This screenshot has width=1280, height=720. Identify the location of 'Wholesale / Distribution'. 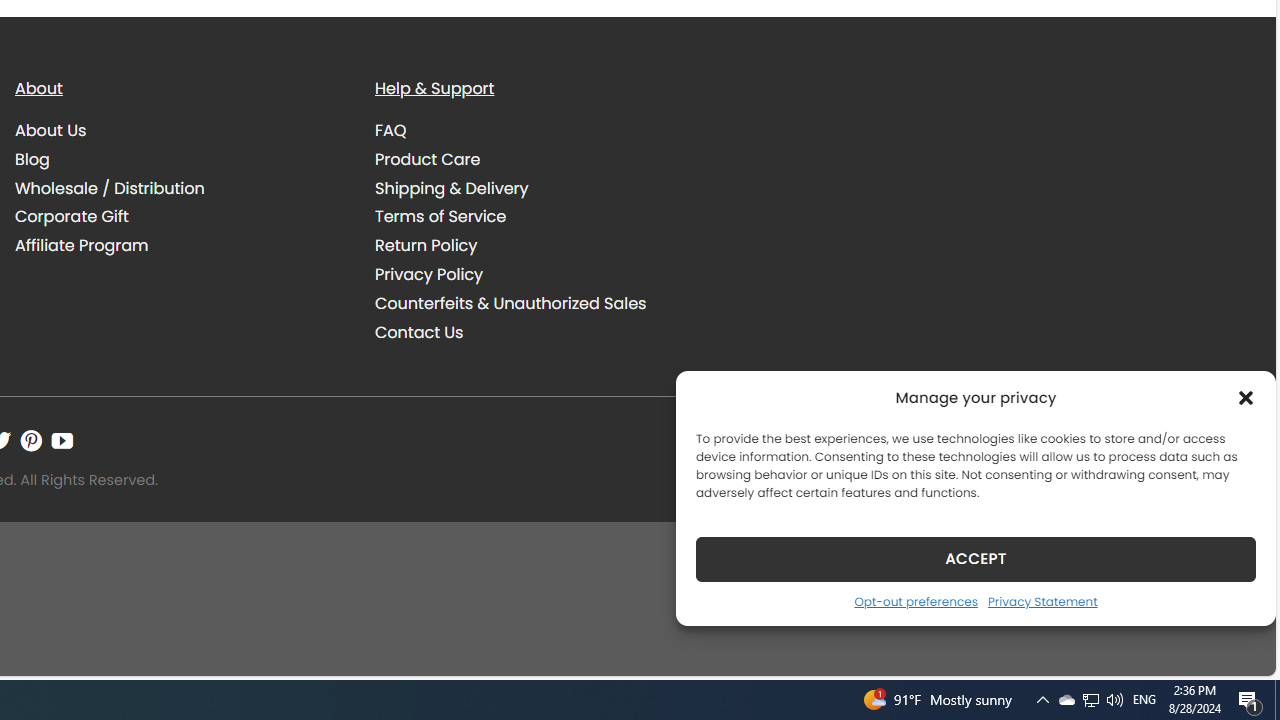
(180, 188).